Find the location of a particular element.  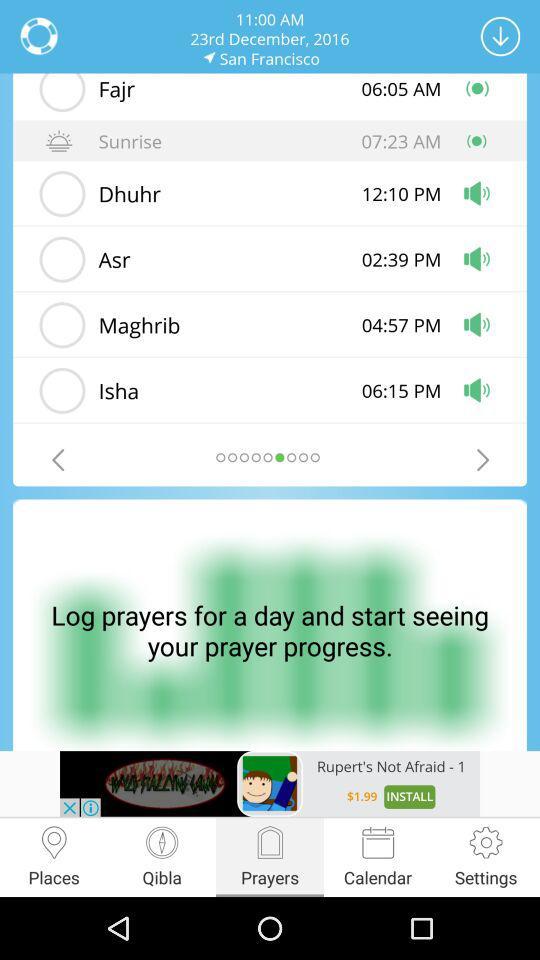

the volume icon is located at coordinates (476, 325).